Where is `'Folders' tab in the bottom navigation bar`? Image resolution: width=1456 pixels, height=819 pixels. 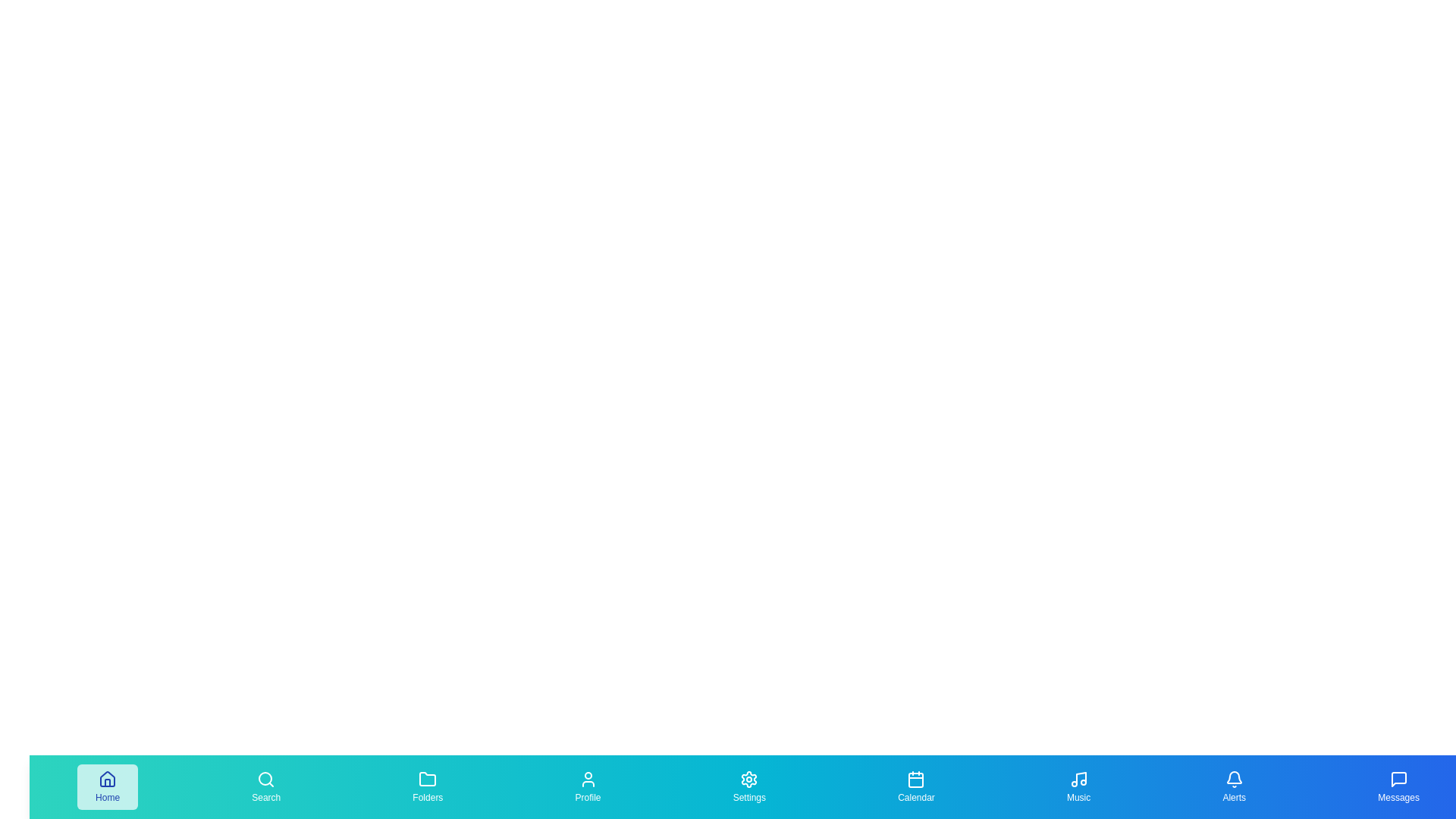
'Folders' tab in the bottom navigation bar is located at coordinates (427, 786).